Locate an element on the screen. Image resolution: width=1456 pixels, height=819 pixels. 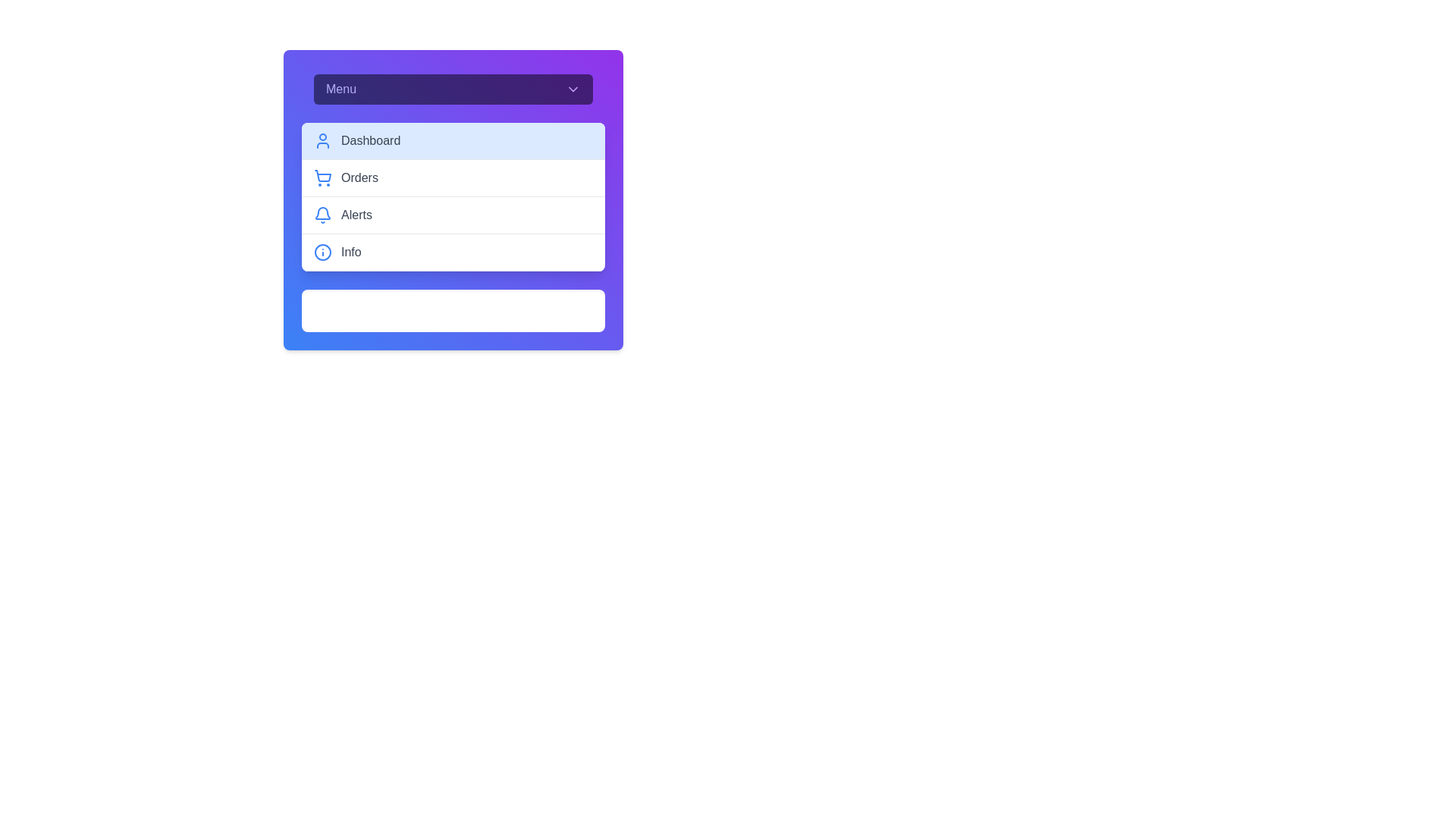
the informational icon located in the fourth row of the menu list, to the left of the text 'Info.' is located at coordinates (322, 251).